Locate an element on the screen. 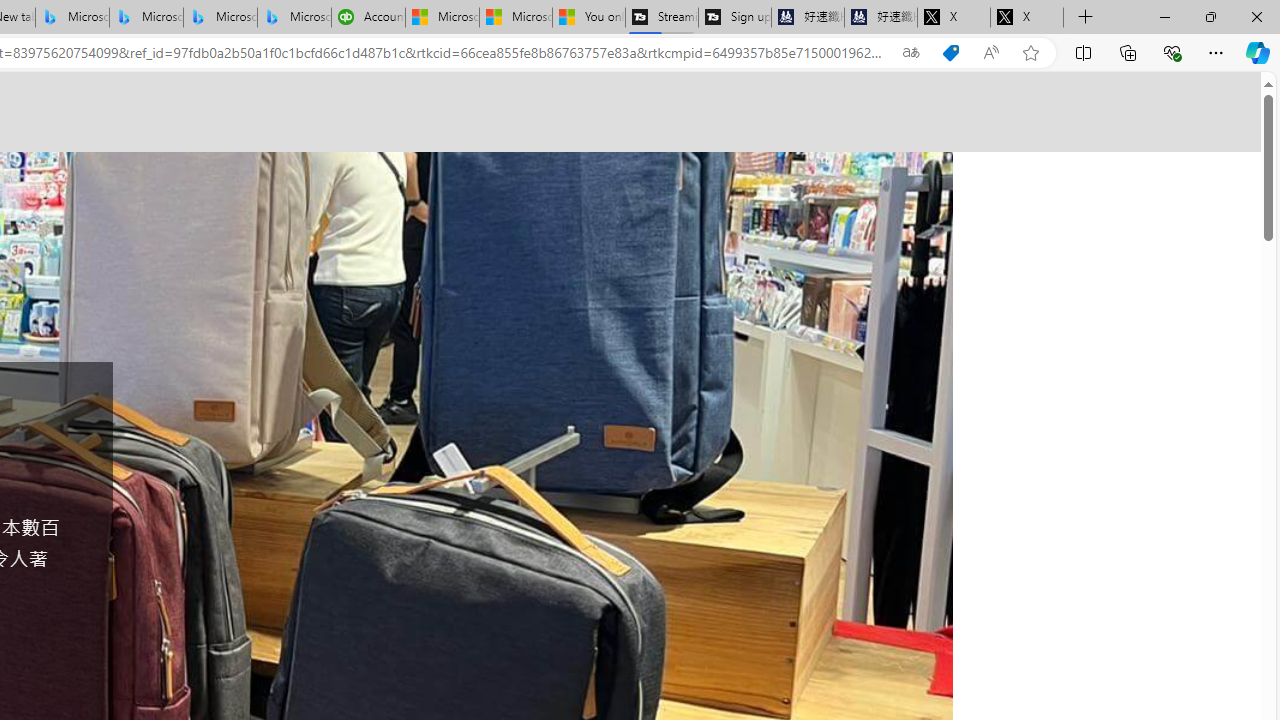 This screenshot has height=720, width=1280. 'Read aloud this page (Ctrl+Shift+U)' is located at coordinates (991, 52).